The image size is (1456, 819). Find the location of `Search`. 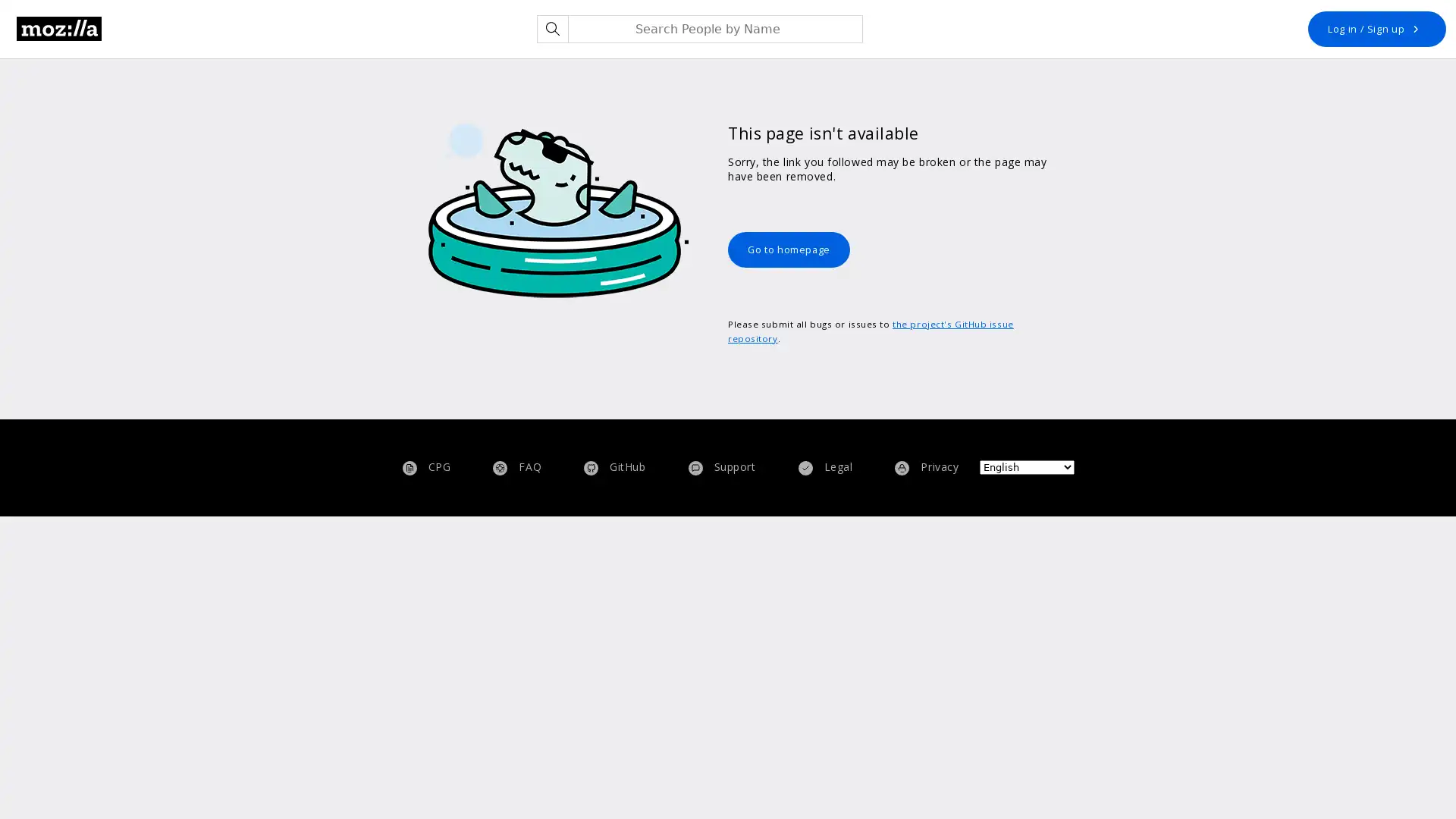

Search is located at coordinates (552, 28).